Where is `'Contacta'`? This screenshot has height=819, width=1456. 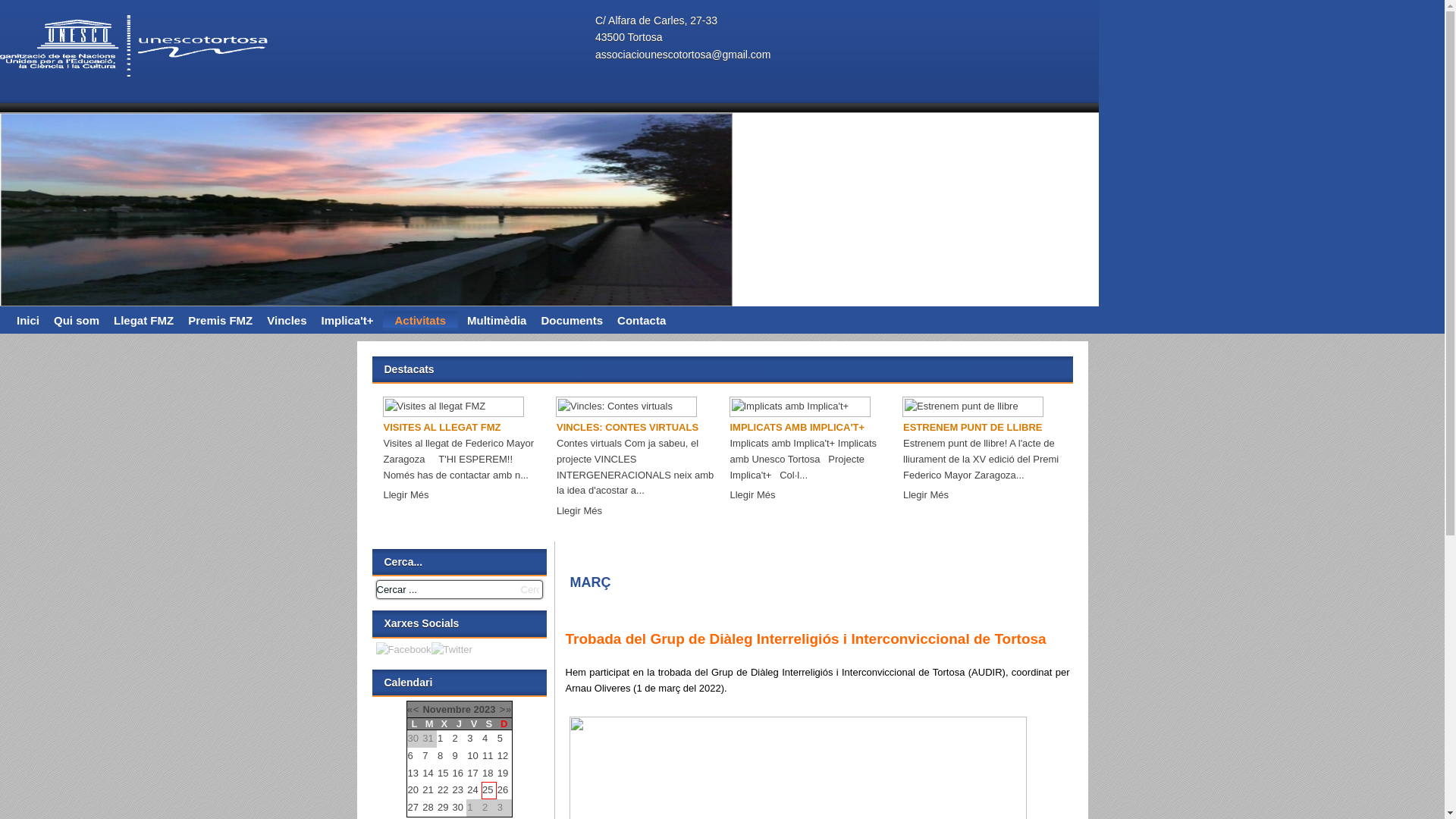 'Contacta' is located at coordinates (641, 320).